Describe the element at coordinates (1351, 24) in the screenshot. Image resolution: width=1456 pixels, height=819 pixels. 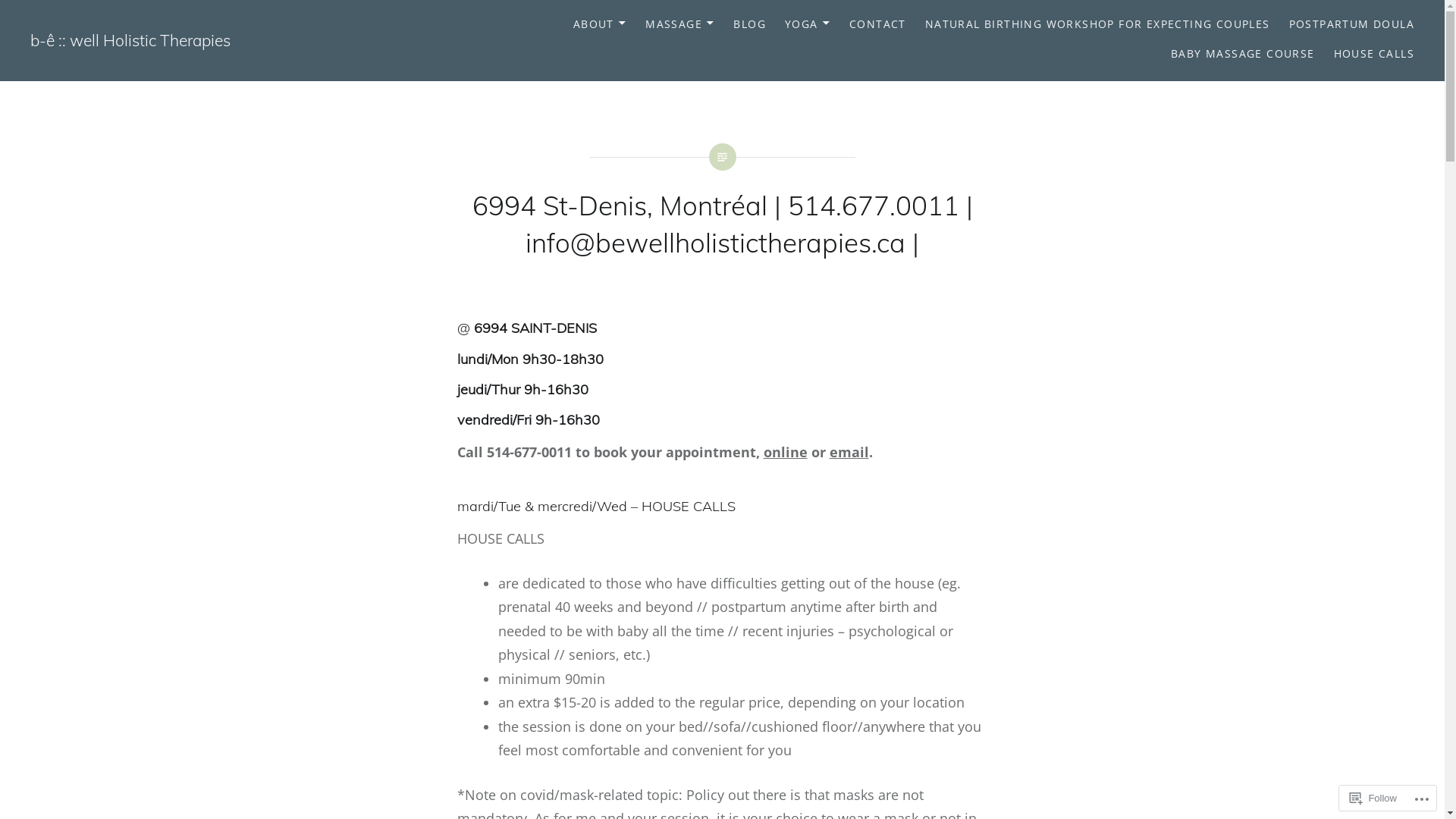
I see `'POSTPARTUM DOULA'` at that location.